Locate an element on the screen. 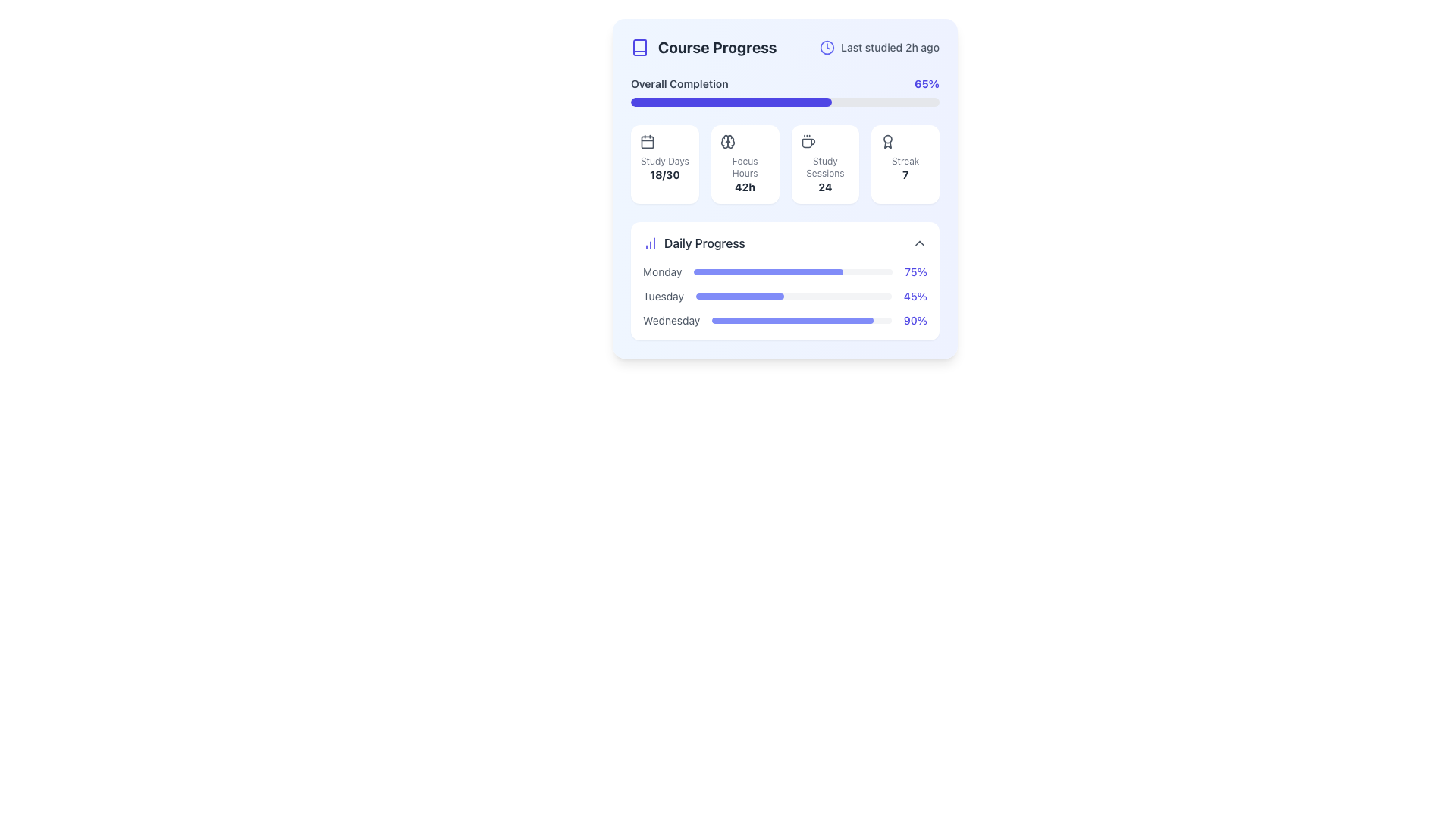 The image size is (1456, 819). the label indicating the proportion of completed study days out of the total planned days, located at the bottom of the 'Study Days' box in the 'Course Progress' section is located at coordinates (664, 174).